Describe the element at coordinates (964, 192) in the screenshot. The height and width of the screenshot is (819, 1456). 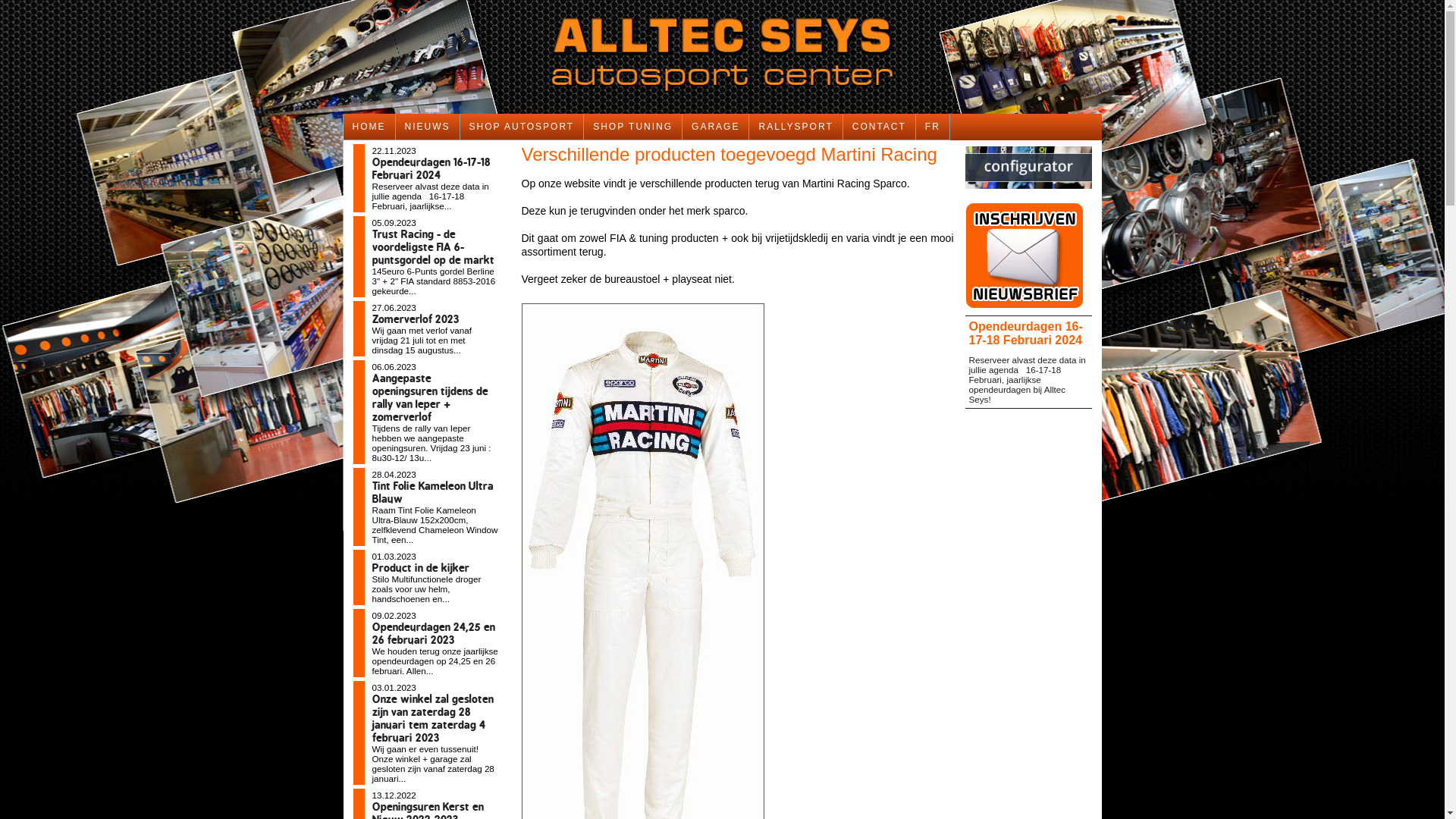
I see `'configurator'` at that location.